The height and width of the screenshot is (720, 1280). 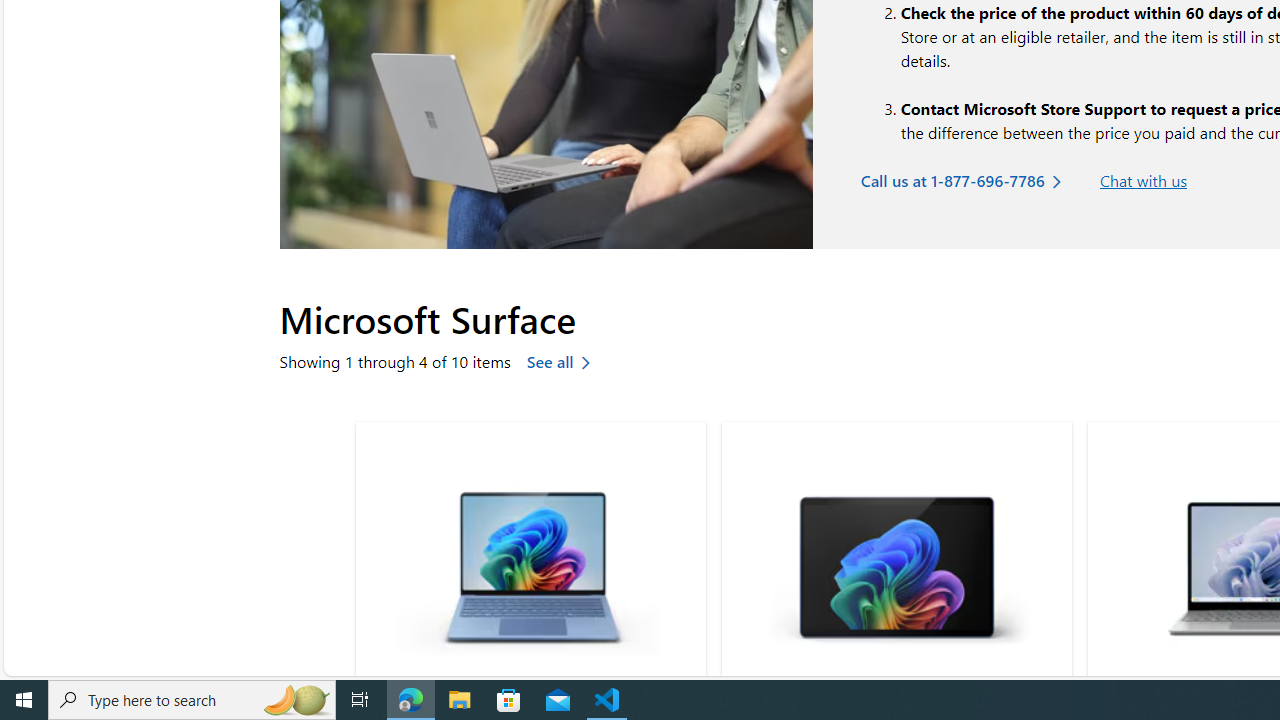 I want to click on 'Call us at 1-877-696-7786', so click(x=966, y=181).